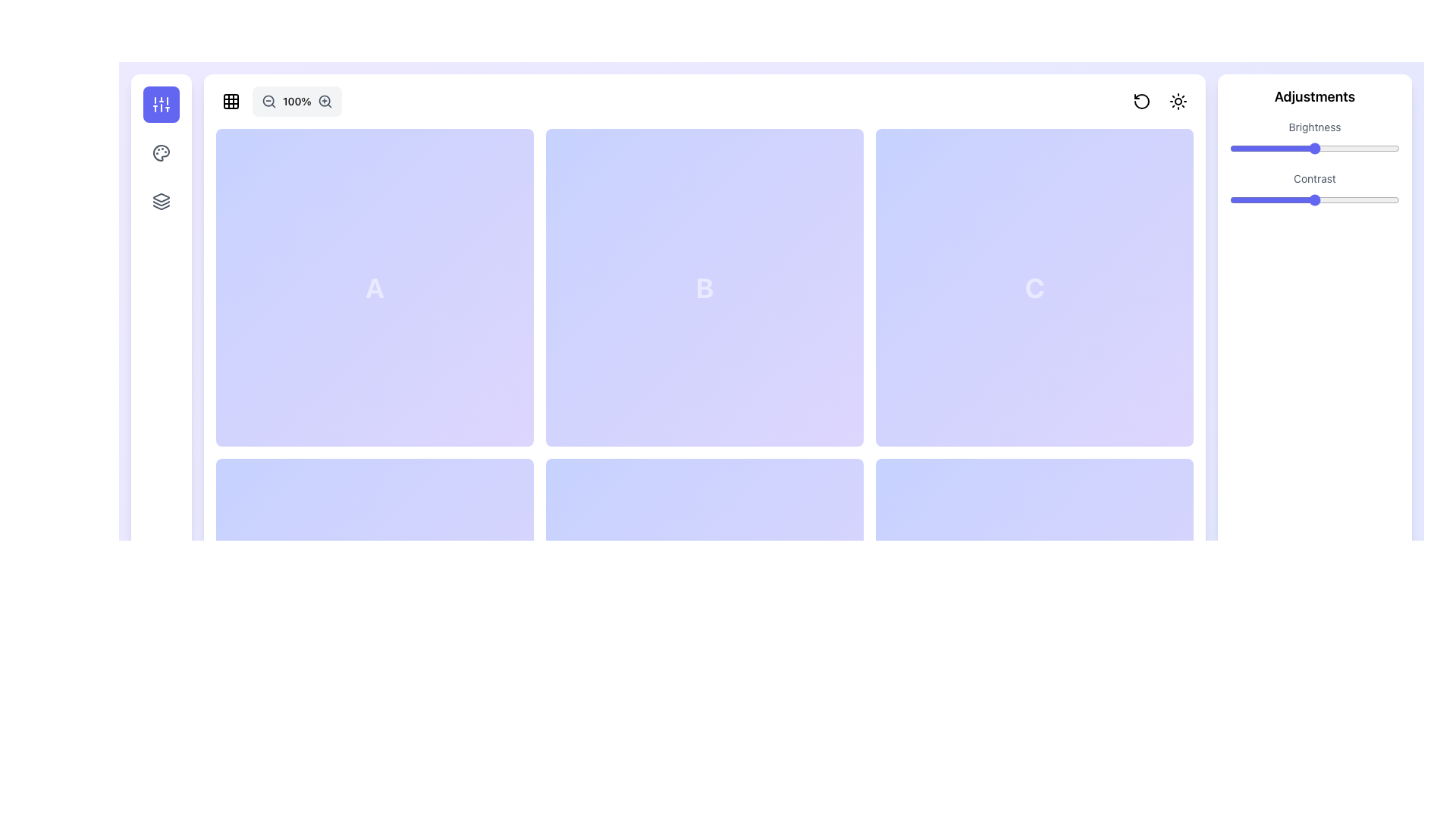 The height and width of the screenshot is (819, 1456). Describe the element at coordinates (1034, 287) in the screenshot. I see `the tile-style button that visually represents the letter 'C' located in the top-right position of a 3x2 grid layout` at that location.